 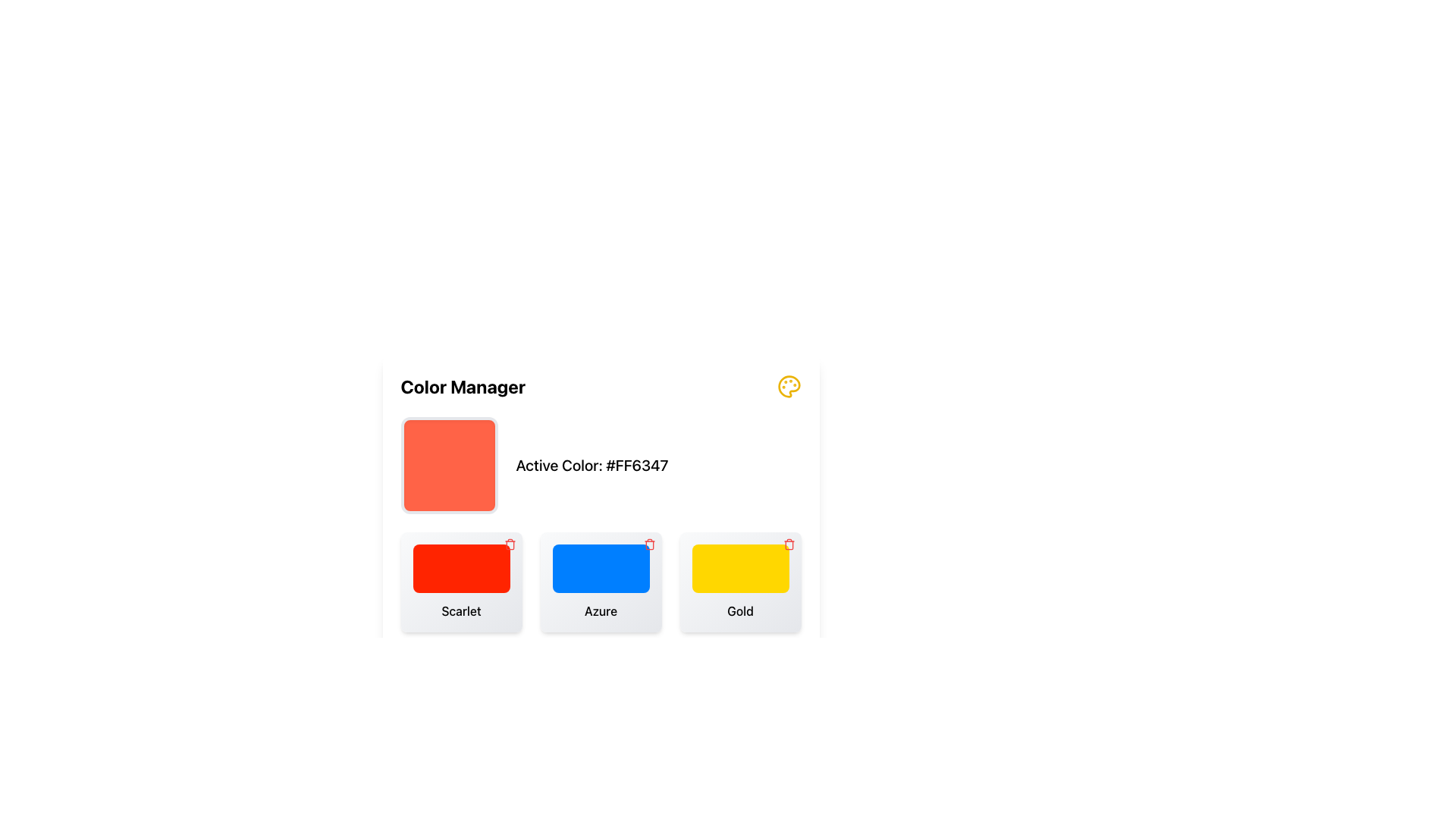 What do you see at coordinates (649, 543) in the screenshot?
I see `the red trash icon button located in the top-right corner of the 'Azure' card to initiate a delete action` at bounding box center [649, 543].